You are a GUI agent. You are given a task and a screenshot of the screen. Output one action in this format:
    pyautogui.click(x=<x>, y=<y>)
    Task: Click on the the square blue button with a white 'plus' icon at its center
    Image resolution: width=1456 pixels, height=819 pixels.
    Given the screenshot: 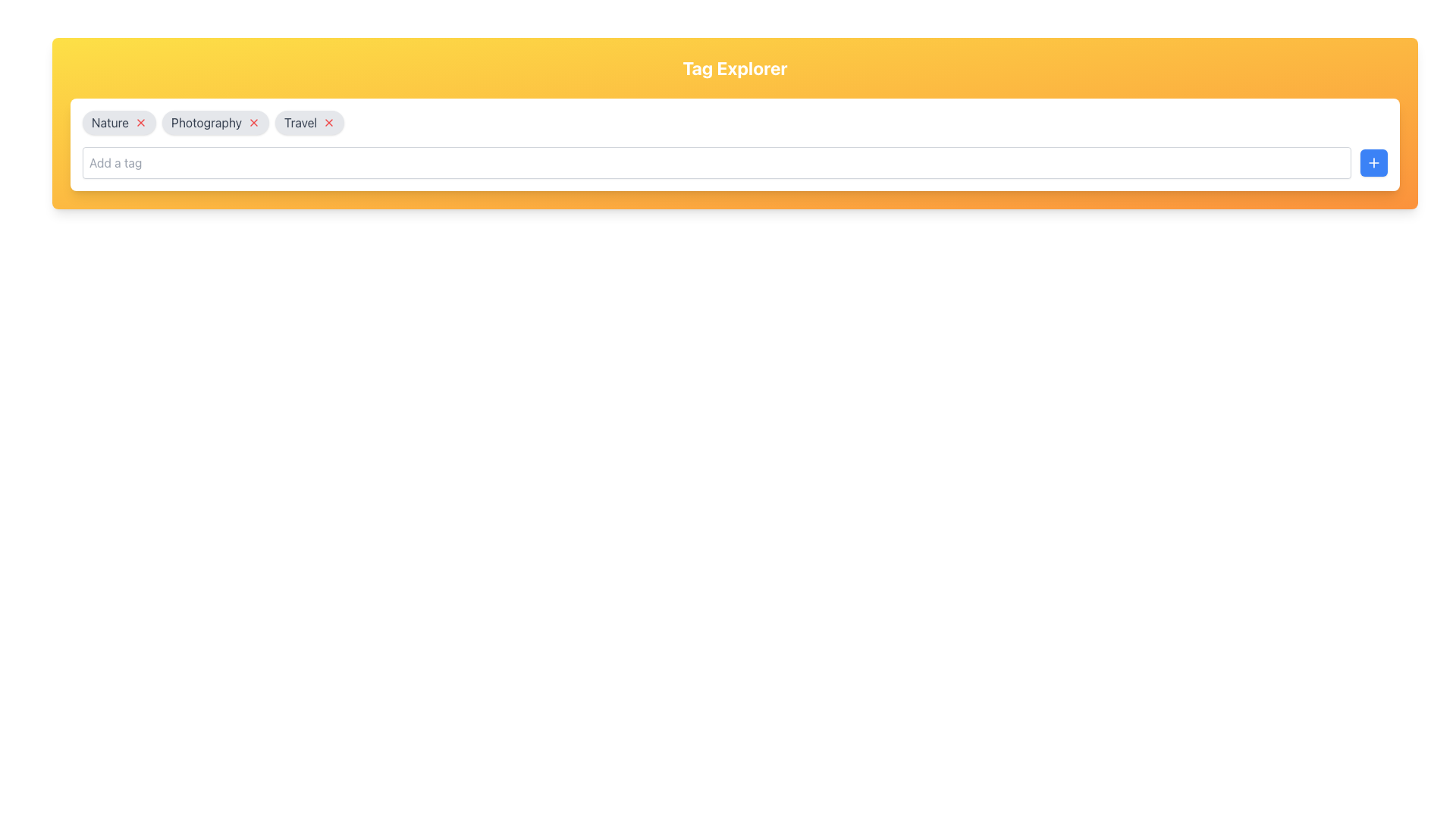 What is the action you would take?
    pyautogui.click(x=1373, y=163)
    